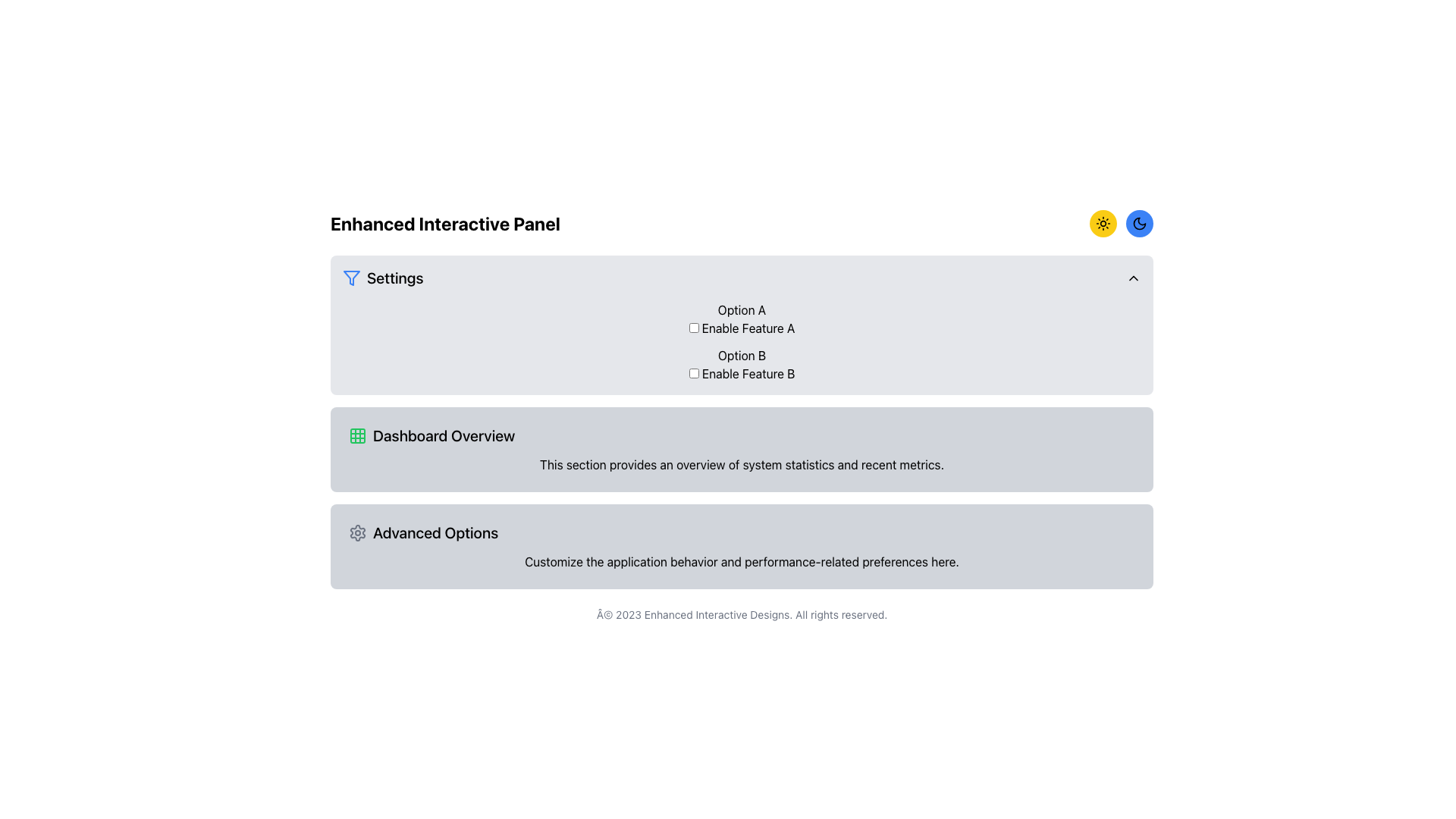  Describe the element at coordinates (356, 435) in the screenshot. I see `the small square with rounded corners and a green background, which is the central square in a 3x3 grid layout near the top-right corner of the interface` at that location.